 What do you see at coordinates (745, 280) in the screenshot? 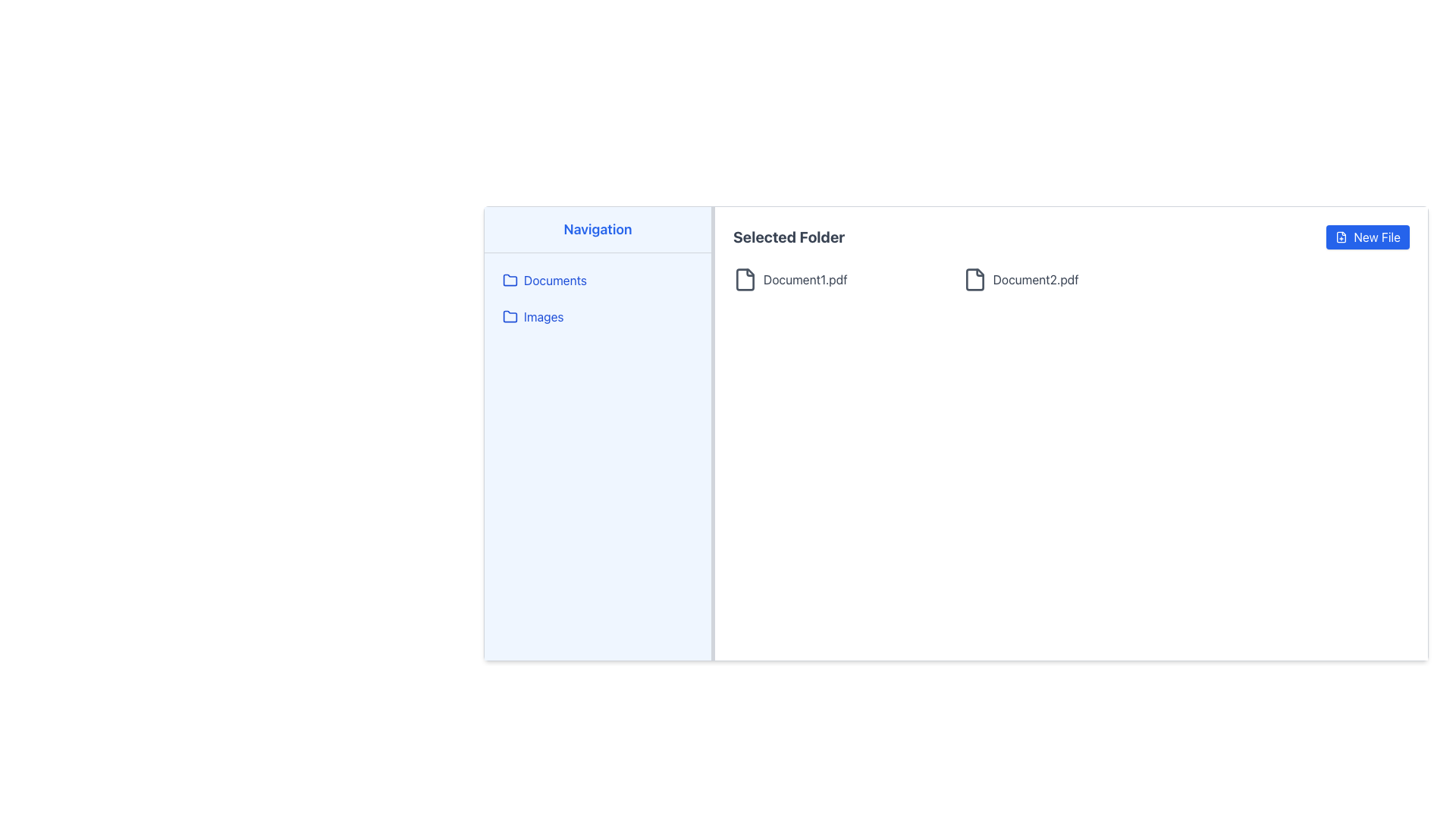
I see `the SVG icon representing the document file, which is located to the left of the text label 'Document1.pdf' in the document selection area` at bounding box center [745, 280].